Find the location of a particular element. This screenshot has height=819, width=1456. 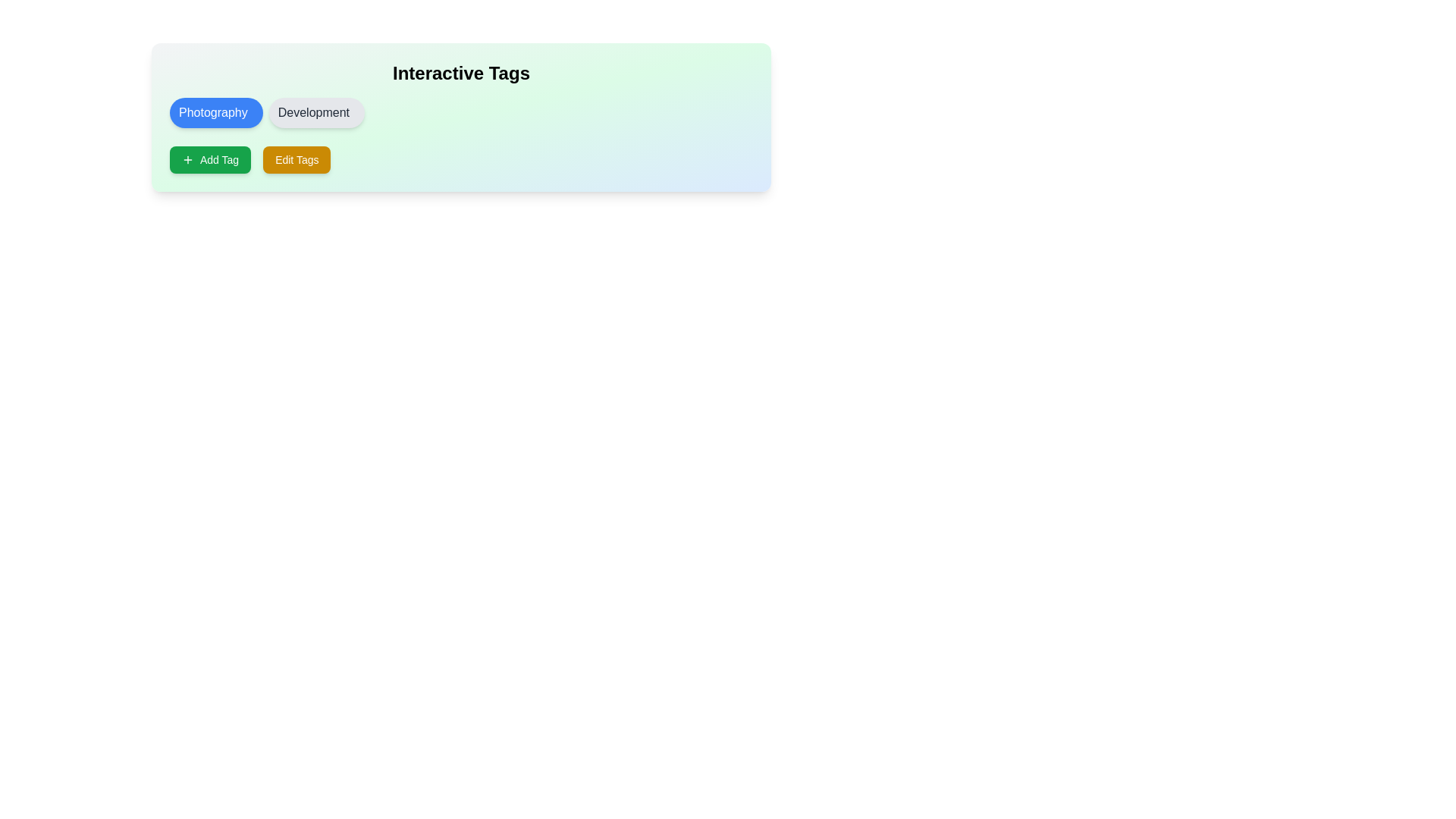

the 'Photography' text label, which is styled in a medium-weight font, white color, and set against a vivid blue rounded rectangular background within the 'Interactive Tags' section is located at coordinates (212, 112).